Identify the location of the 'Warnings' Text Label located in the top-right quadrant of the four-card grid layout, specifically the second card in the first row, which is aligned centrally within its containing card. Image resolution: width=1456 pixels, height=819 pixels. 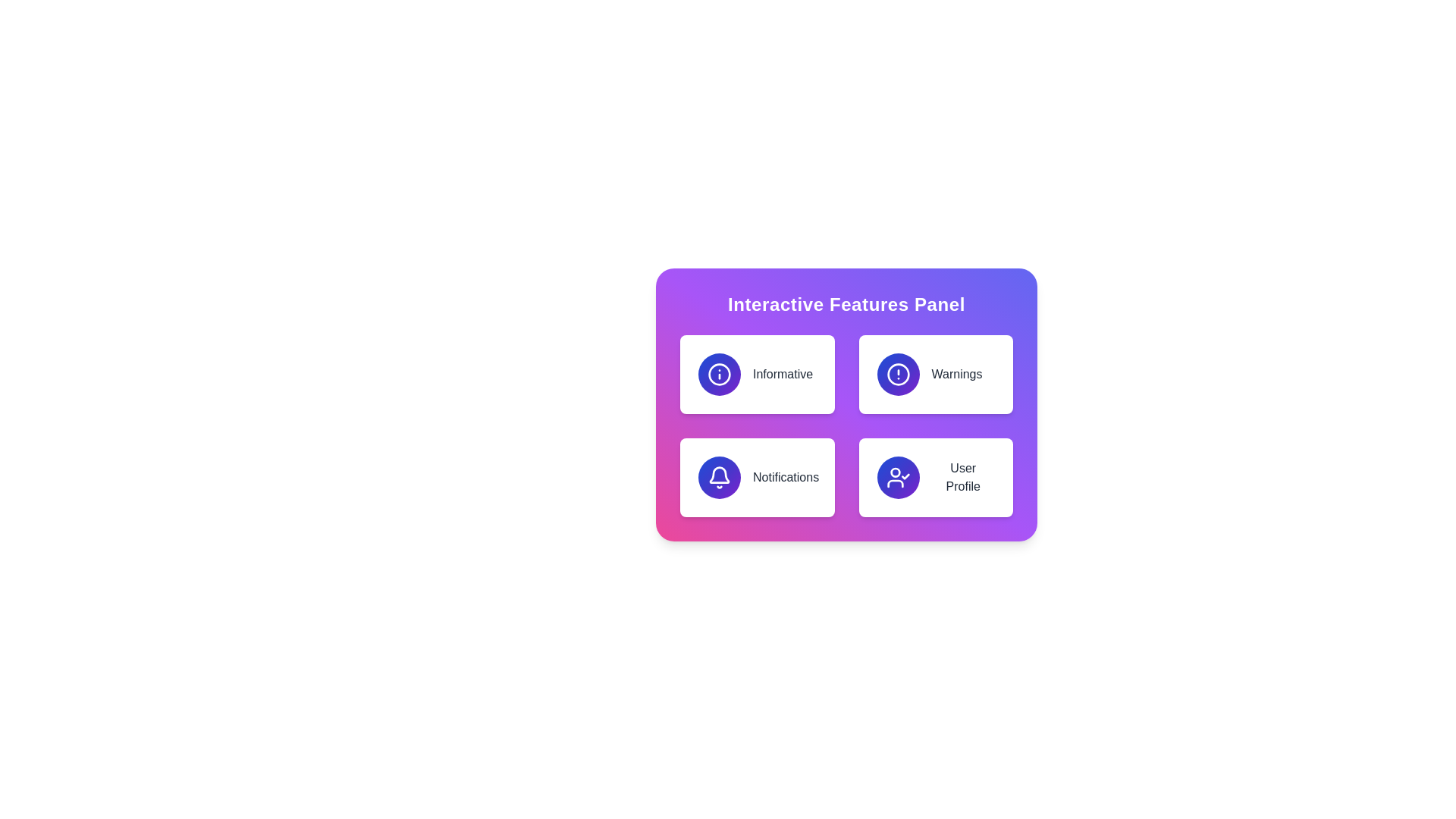
(956, 374).